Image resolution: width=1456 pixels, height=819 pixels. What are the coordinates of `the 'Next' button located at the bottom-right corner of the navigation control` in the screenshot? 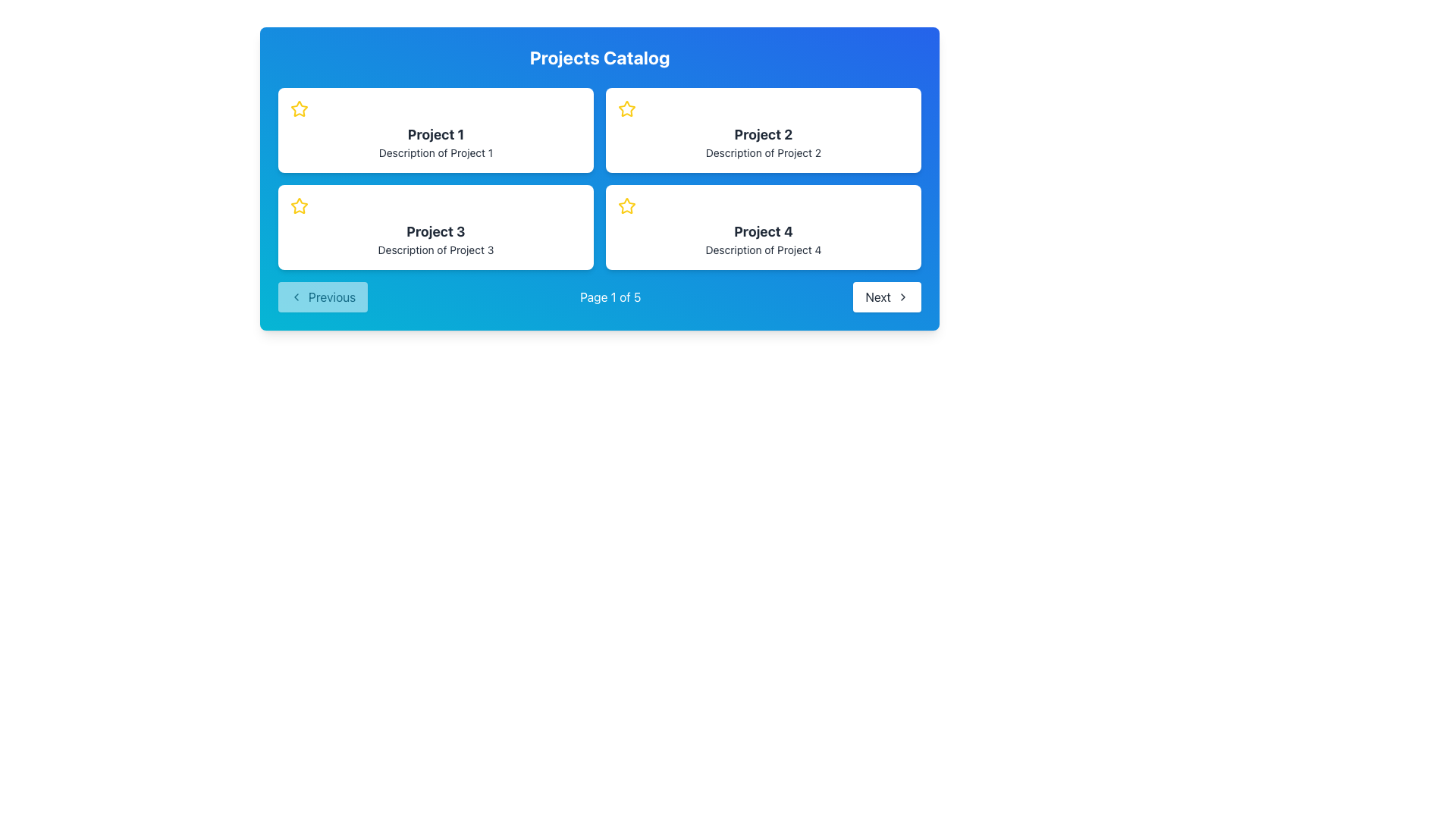 It's located at (887, 297).